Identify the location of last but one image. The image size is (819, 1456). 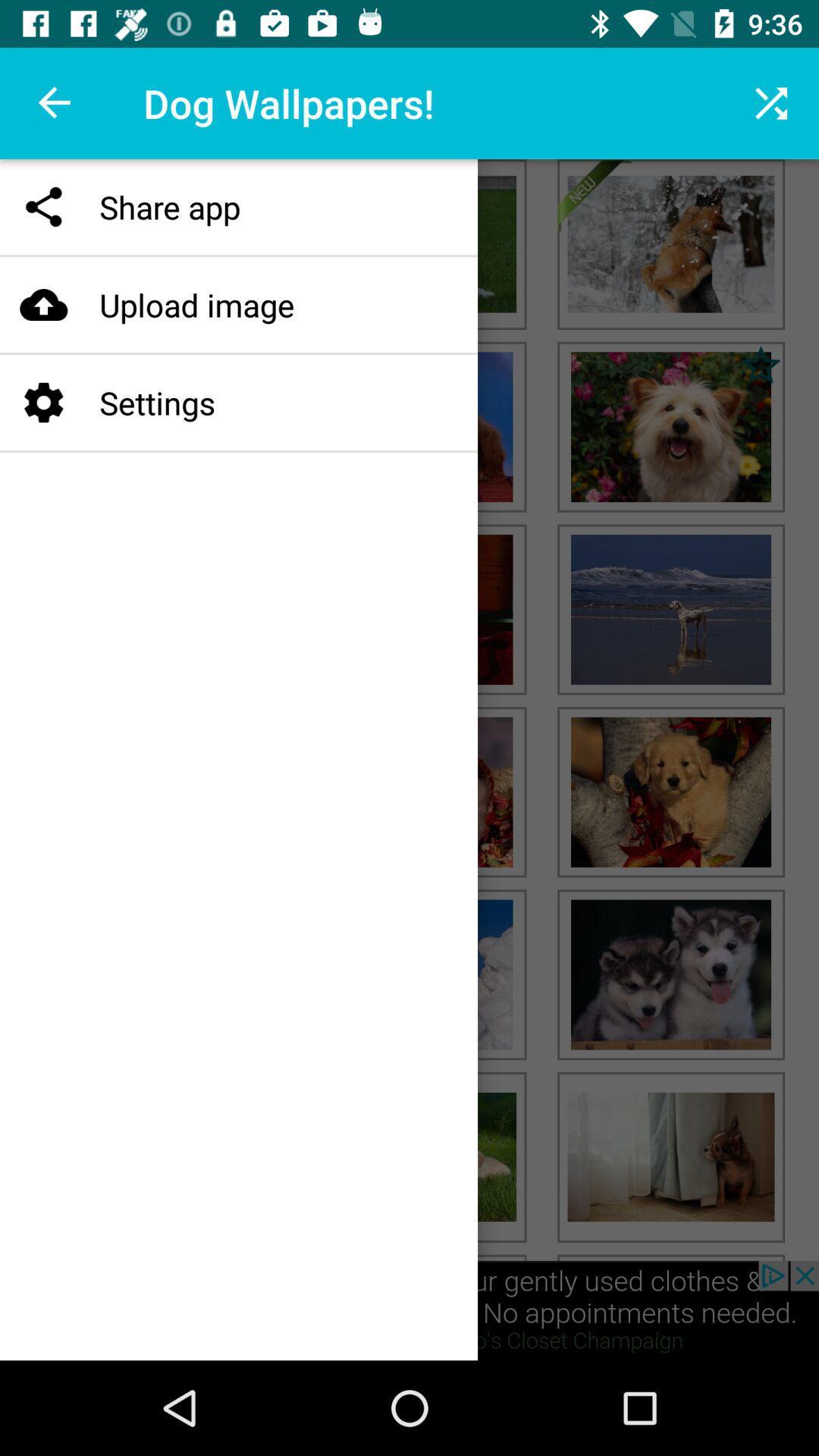
(670, 974).